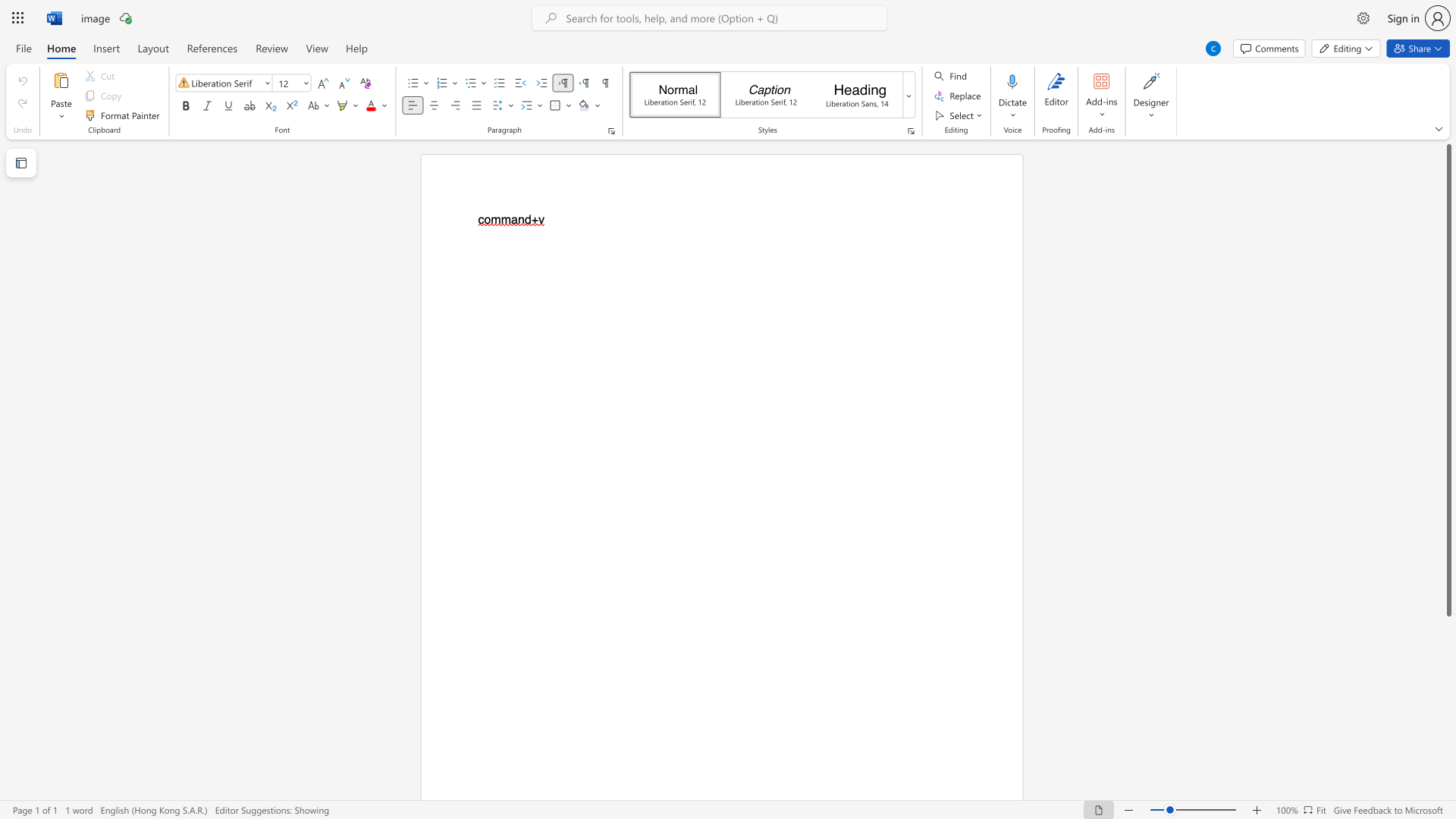 The image size is (1456, 819). What do you see at coordinates (1448, 651) in the screenshot?
I see `the page's right scrollbar for downward movement` at bounding box center [1448, 651].